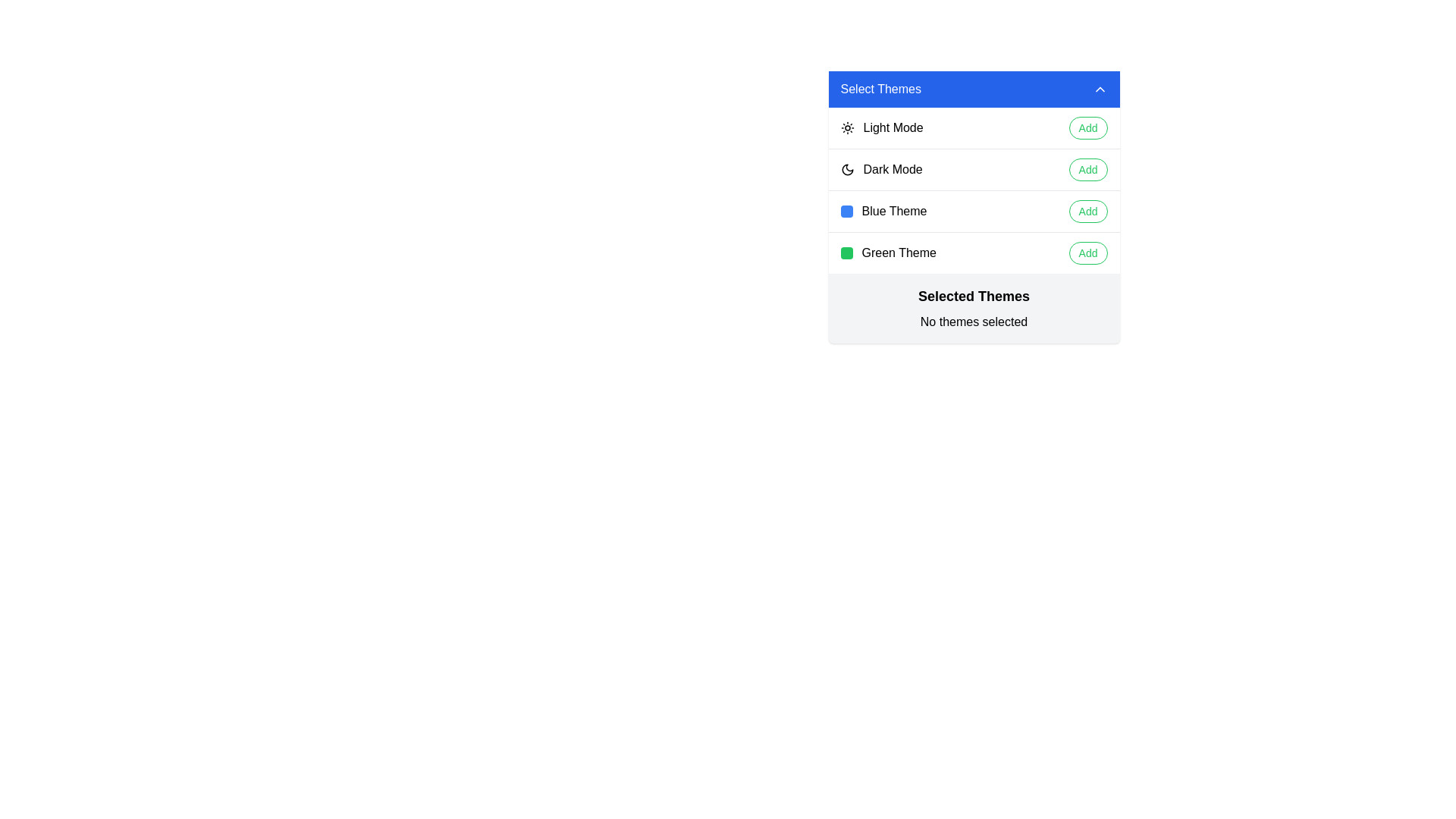 The width and height of the screenshot is (1456, 819). Describe the element at coordinates (880, 89) in the screenshot. I see `the 'Select Themes' text label, which is styled in white on a blue background and serves as a header for the dropdown menu` at that location.